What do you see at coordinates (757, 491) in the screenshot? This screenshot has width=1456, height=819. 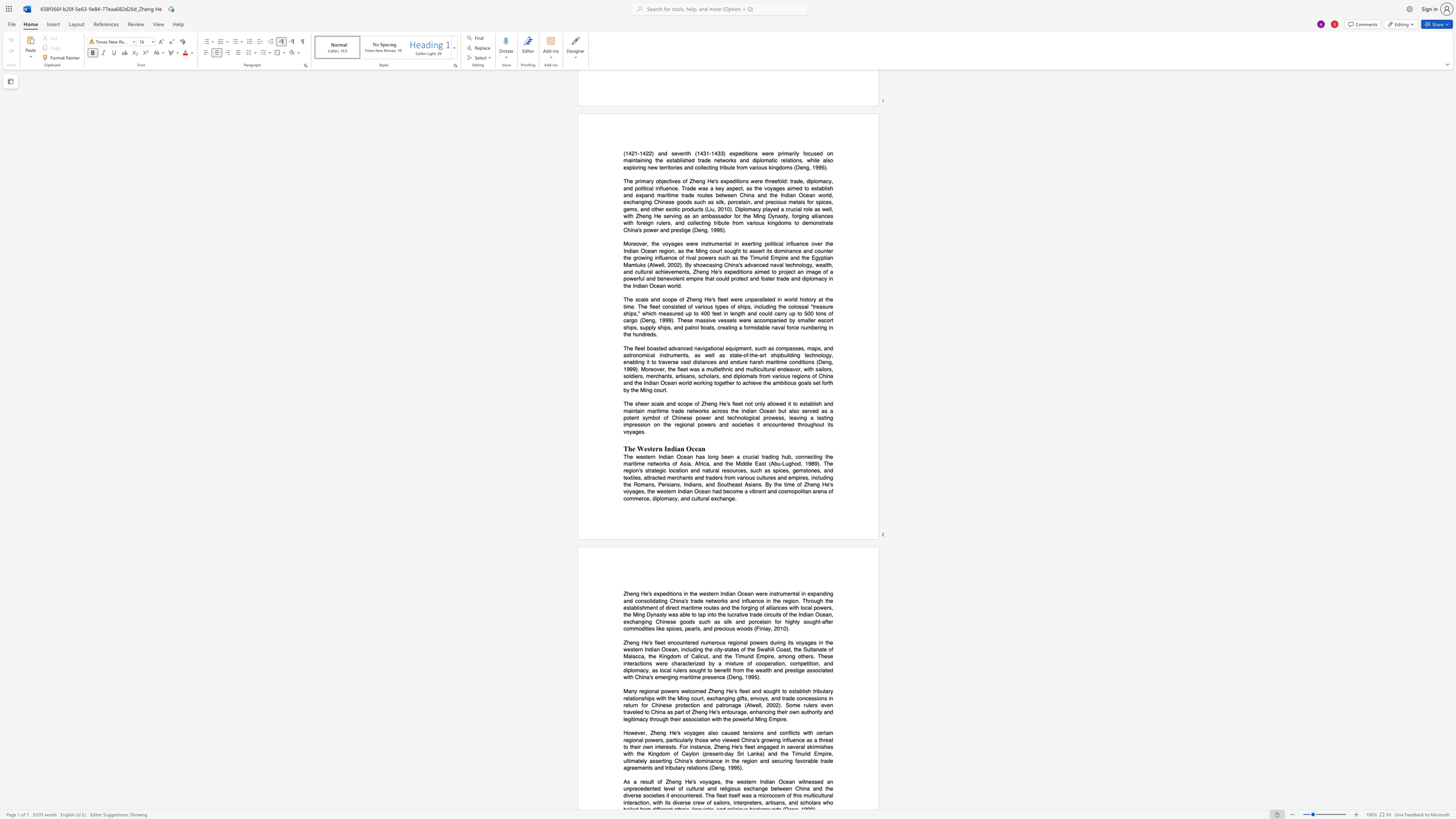 I see `the subset text "ant and cosmopolitan" within the text "voyages, the western Indian Ocean had become a vibrant and cosmopolitan arena of commerce, diplomacy, and cultural exchange."` at bounding box center [757, 491].